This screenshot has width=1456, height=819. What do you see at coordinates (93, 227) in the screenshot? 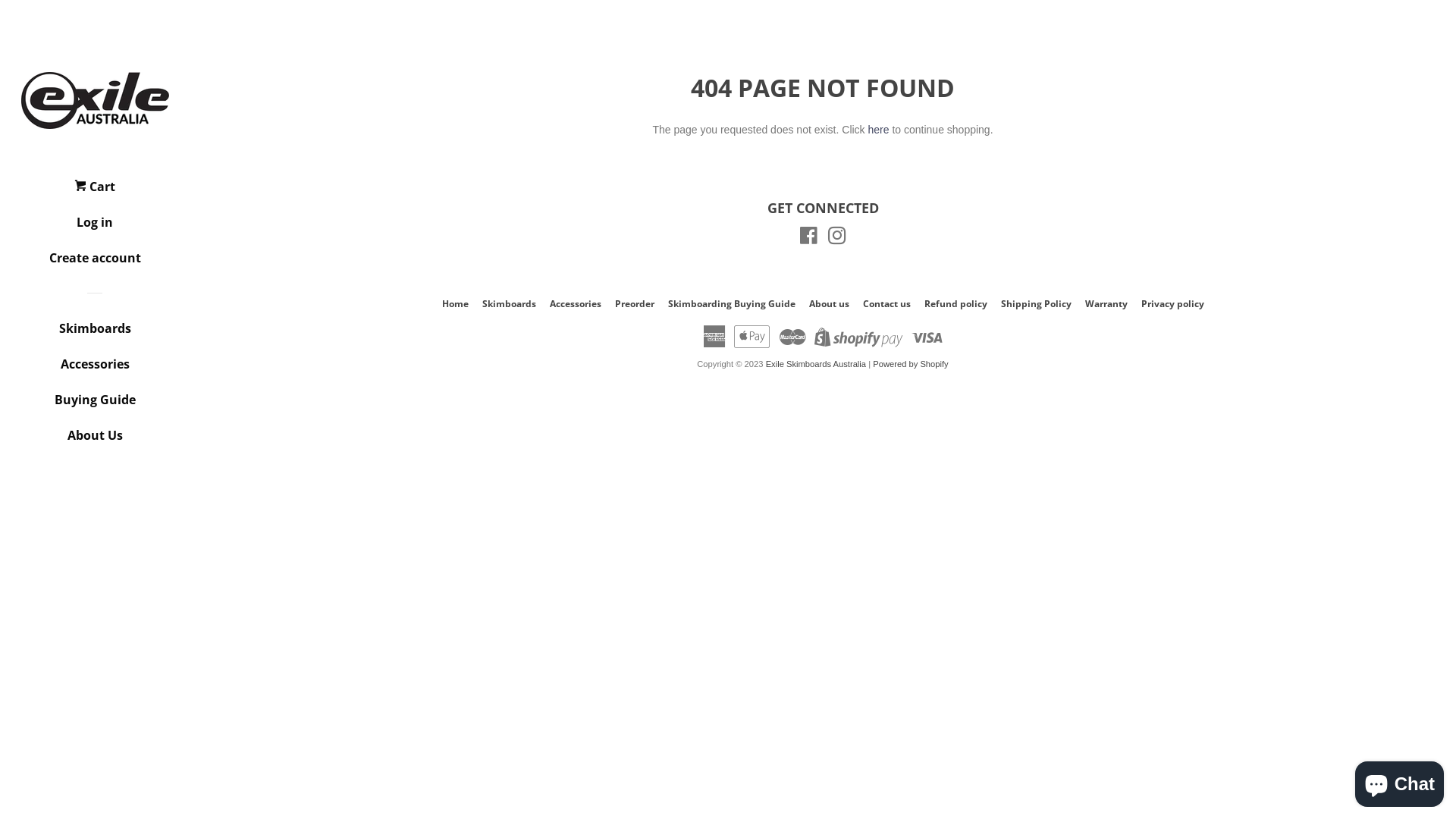
I see `'Log in'` at bounding box center [93, 227].